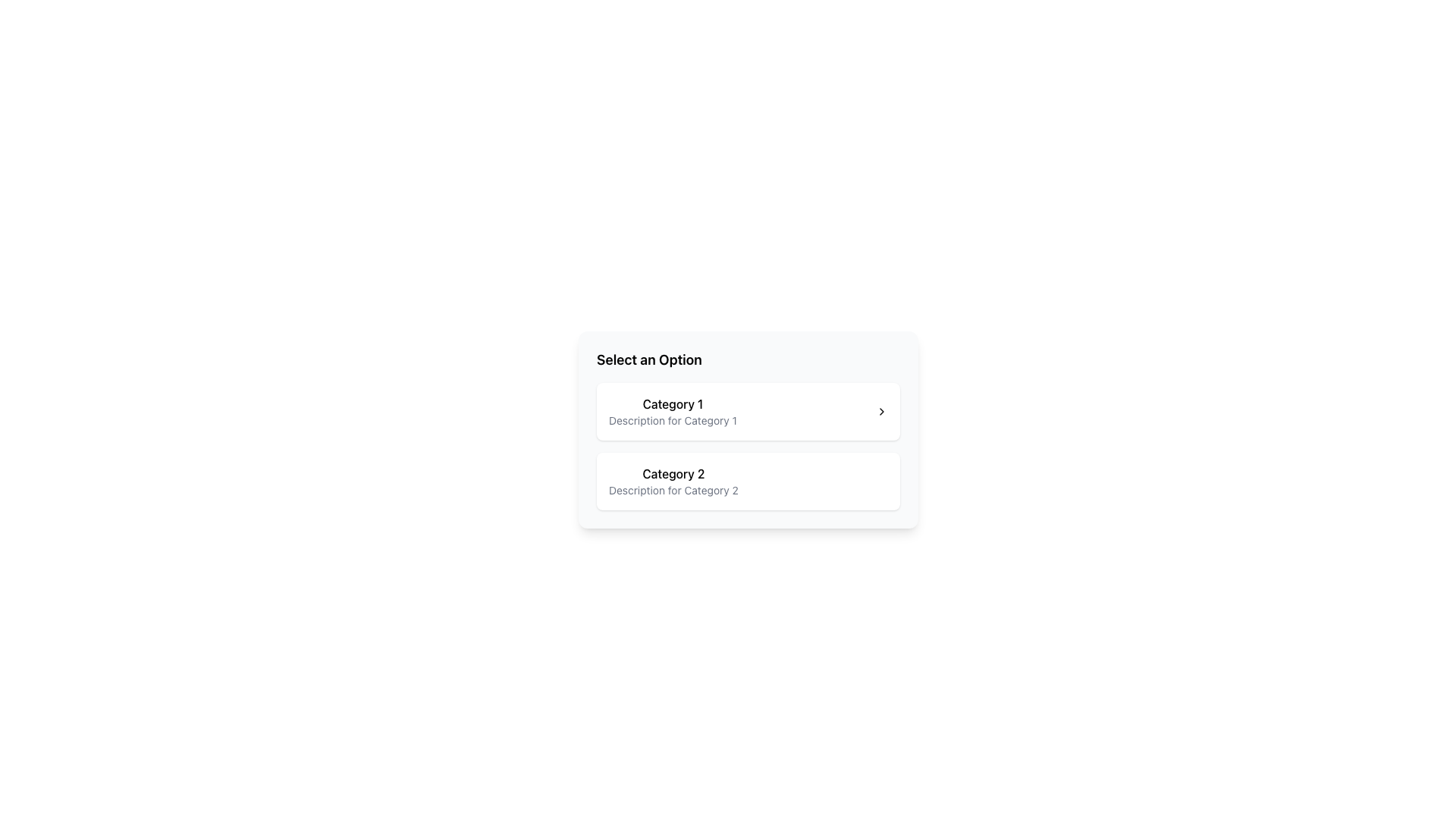  What do you see at coordinates (672, 403) in the screenshot?
I see `the text element 'Category 1' displayed in bold font located at the top of a card-like UI component` at bounding box center [672, 403].